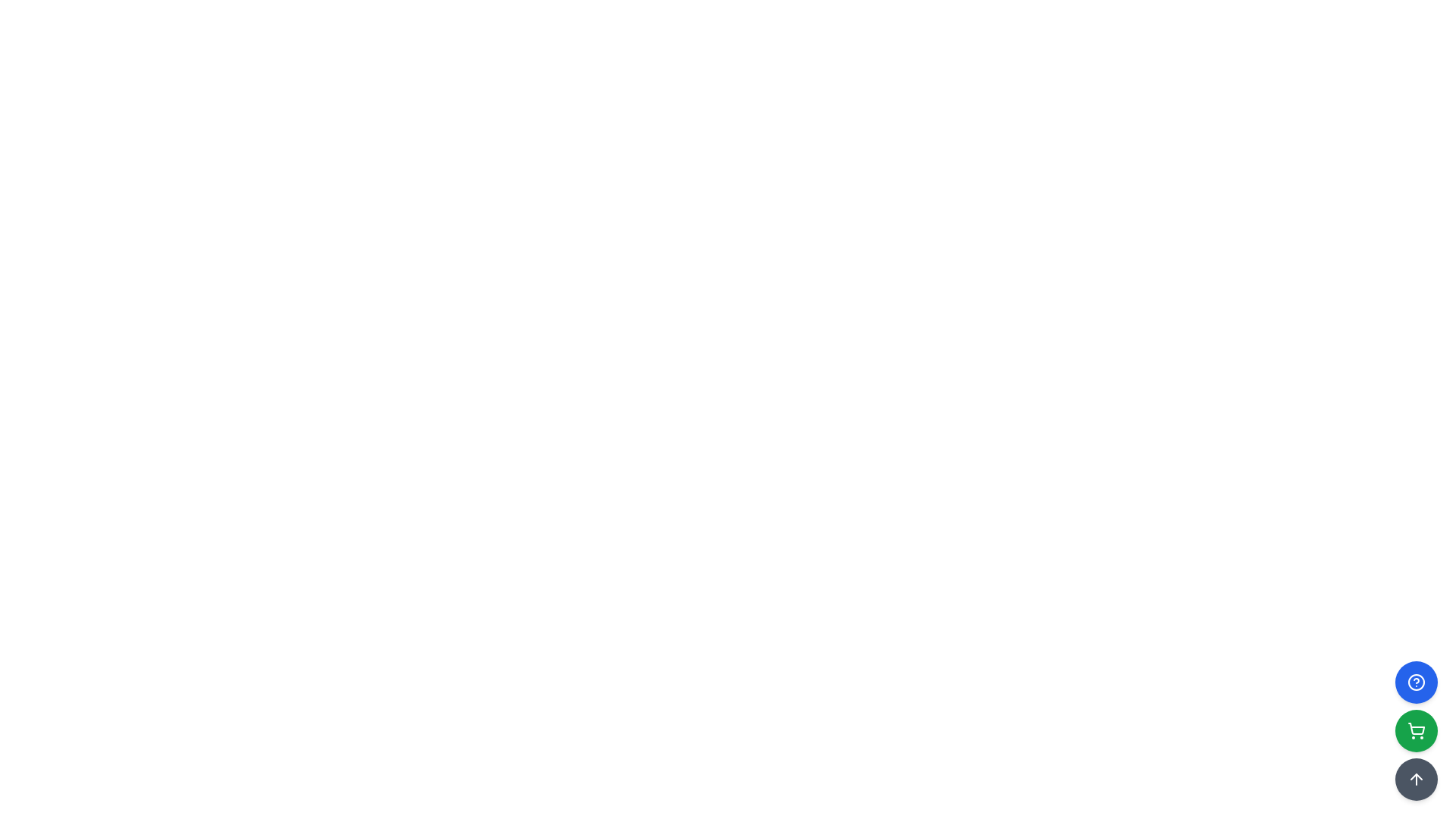 The width and height of the screenshot is (1456, 819). Describe the element at coordinates (1415, 780) in the screenshot. I see `the third button in the vertical stack located at the bottom-right corner of the interface` at that location.